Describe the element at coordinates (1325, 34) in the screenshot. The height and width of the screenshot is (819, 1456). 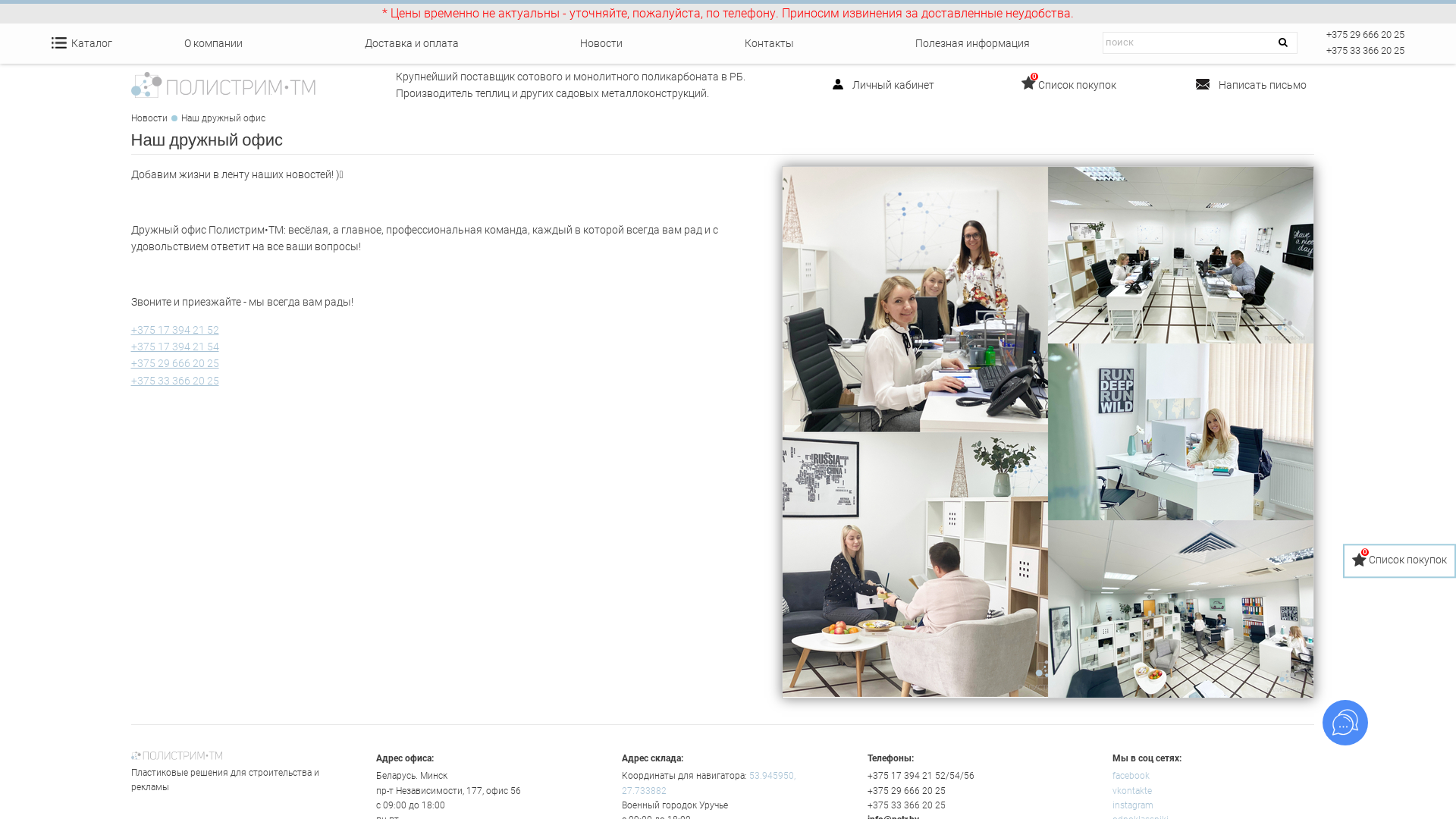
I see `'+375 29 666 20 25'` at that location.